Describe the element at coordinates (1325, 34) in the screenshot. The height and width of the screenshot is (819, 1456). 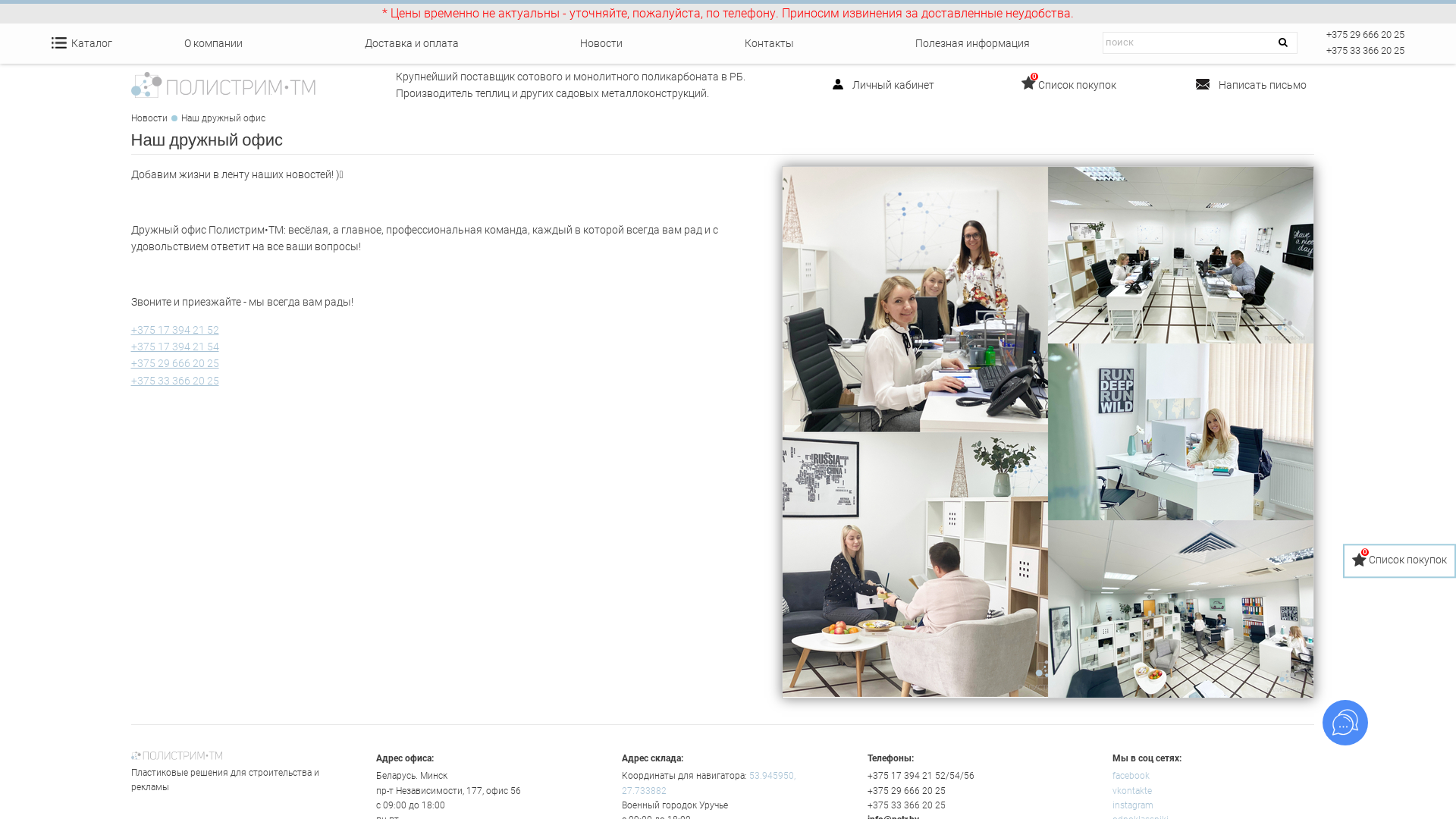
I see `'+375 29 666 20 25'` at that location.